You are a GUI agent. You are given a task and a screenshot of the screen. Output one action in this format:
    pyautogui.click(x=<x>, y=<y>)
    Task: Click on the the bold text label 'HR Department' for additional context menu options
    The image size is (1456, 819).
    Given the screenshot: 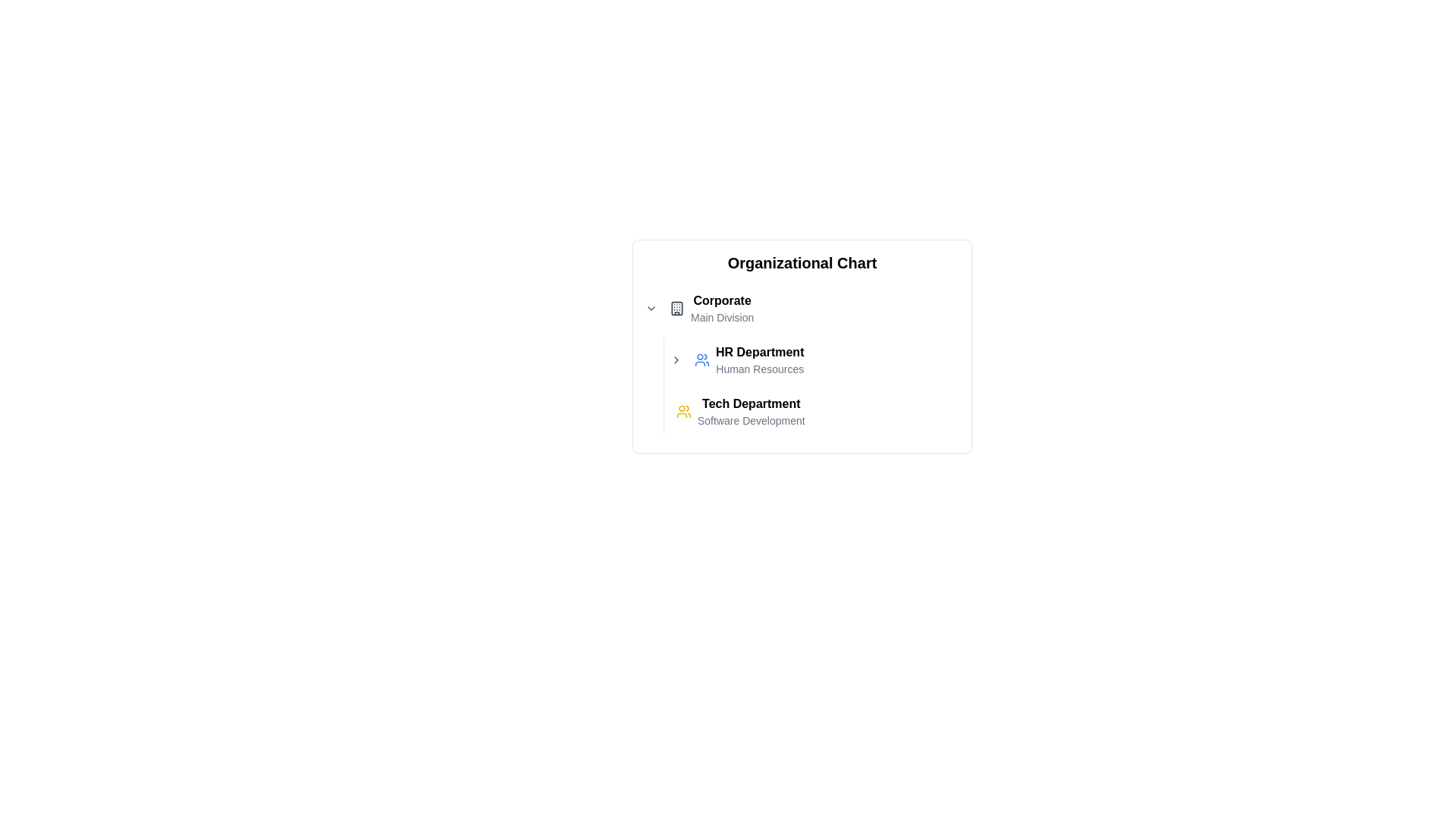 What is the action you would take?
    pyautogui.click(x=760, y=353)
    